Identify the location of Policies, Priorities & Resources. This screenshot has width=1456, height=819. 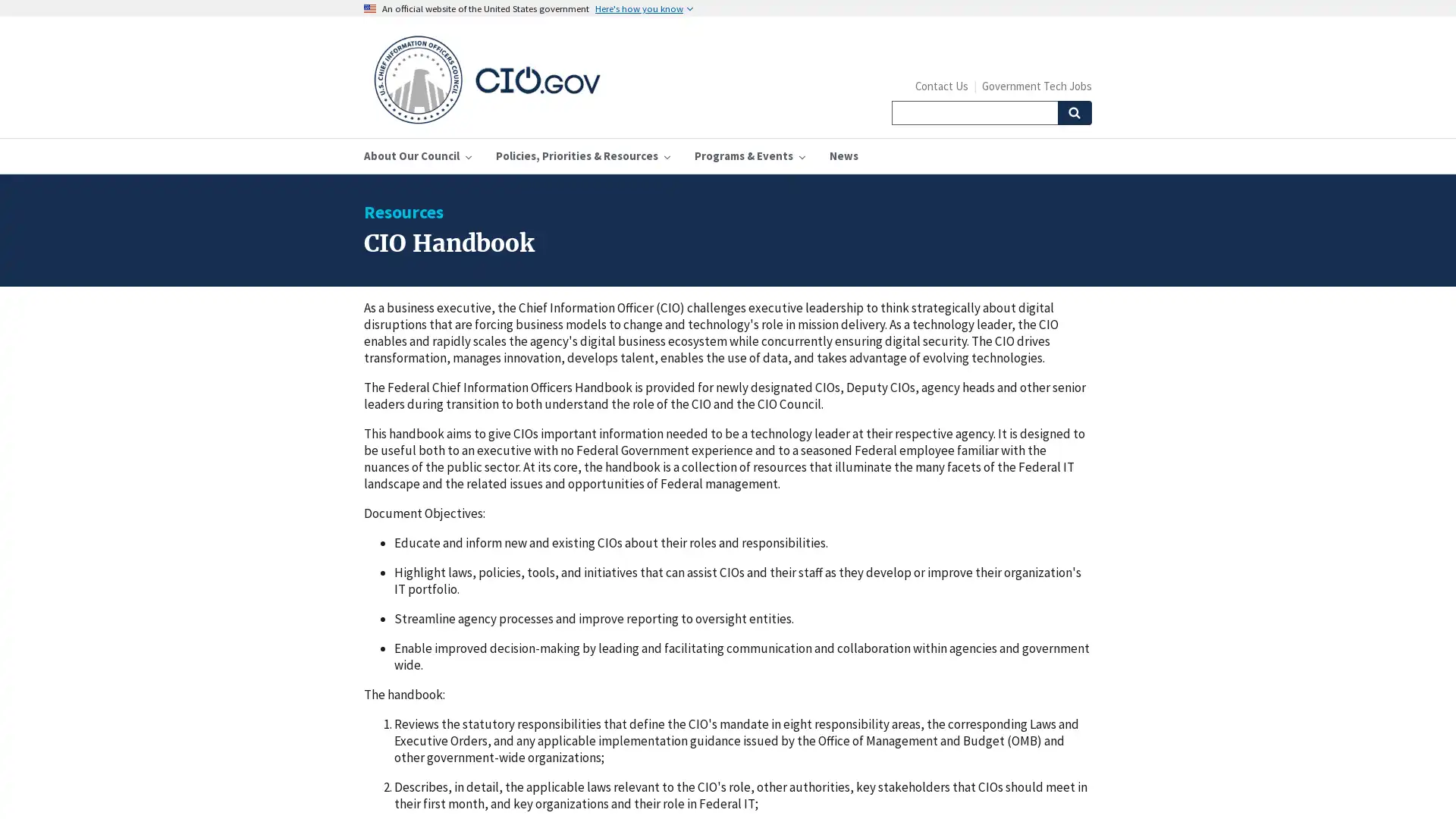
(582, 155).